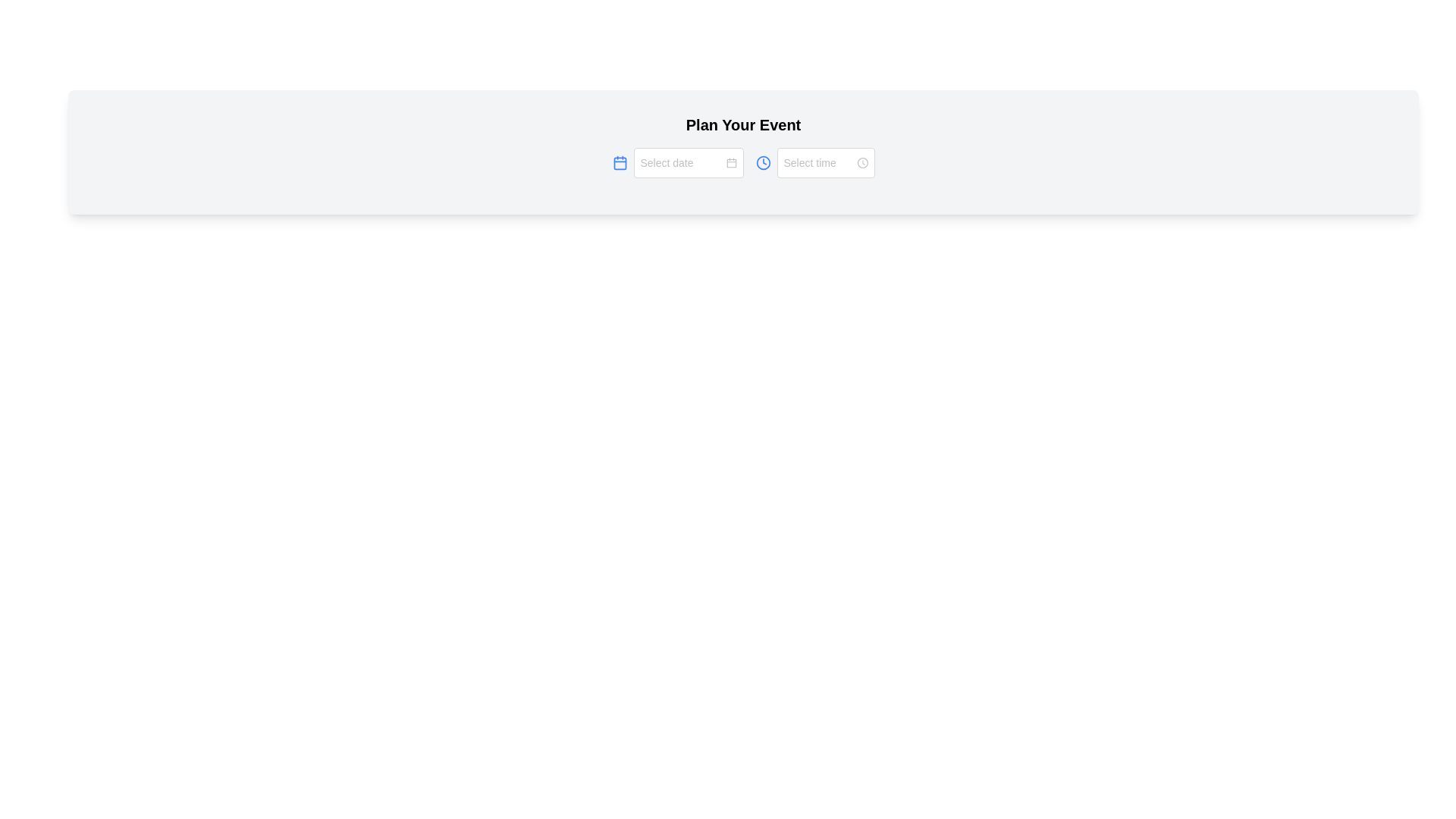  Describe the element at coordinates (620, 163) in the screenshot. I see `the calendar icon with a blue outline, positioned to the left of the 'Select date' input field` at that location.